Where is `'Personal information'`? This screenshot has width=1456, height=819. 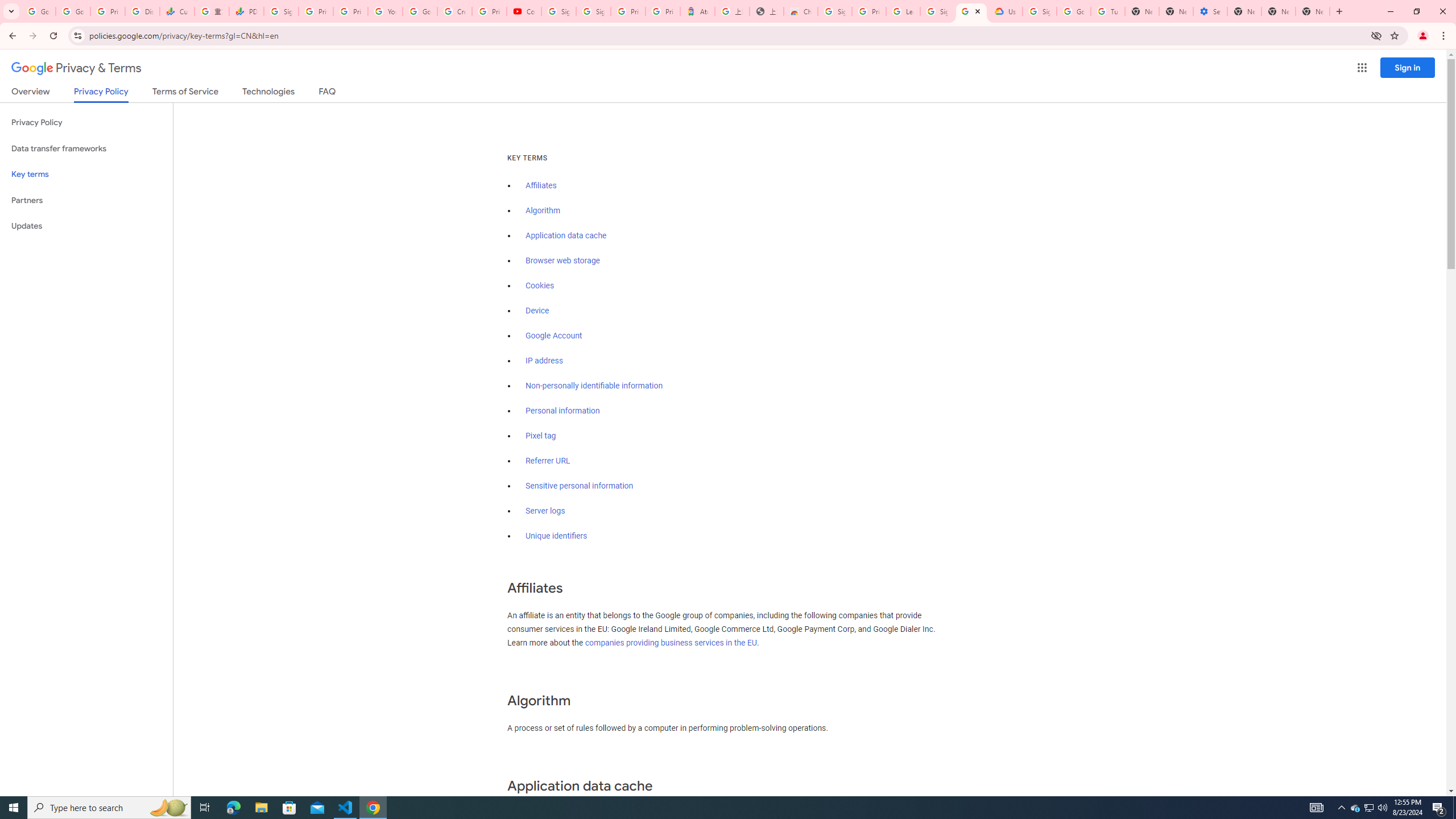
'Personal information' is located at coordinates (562, 410).